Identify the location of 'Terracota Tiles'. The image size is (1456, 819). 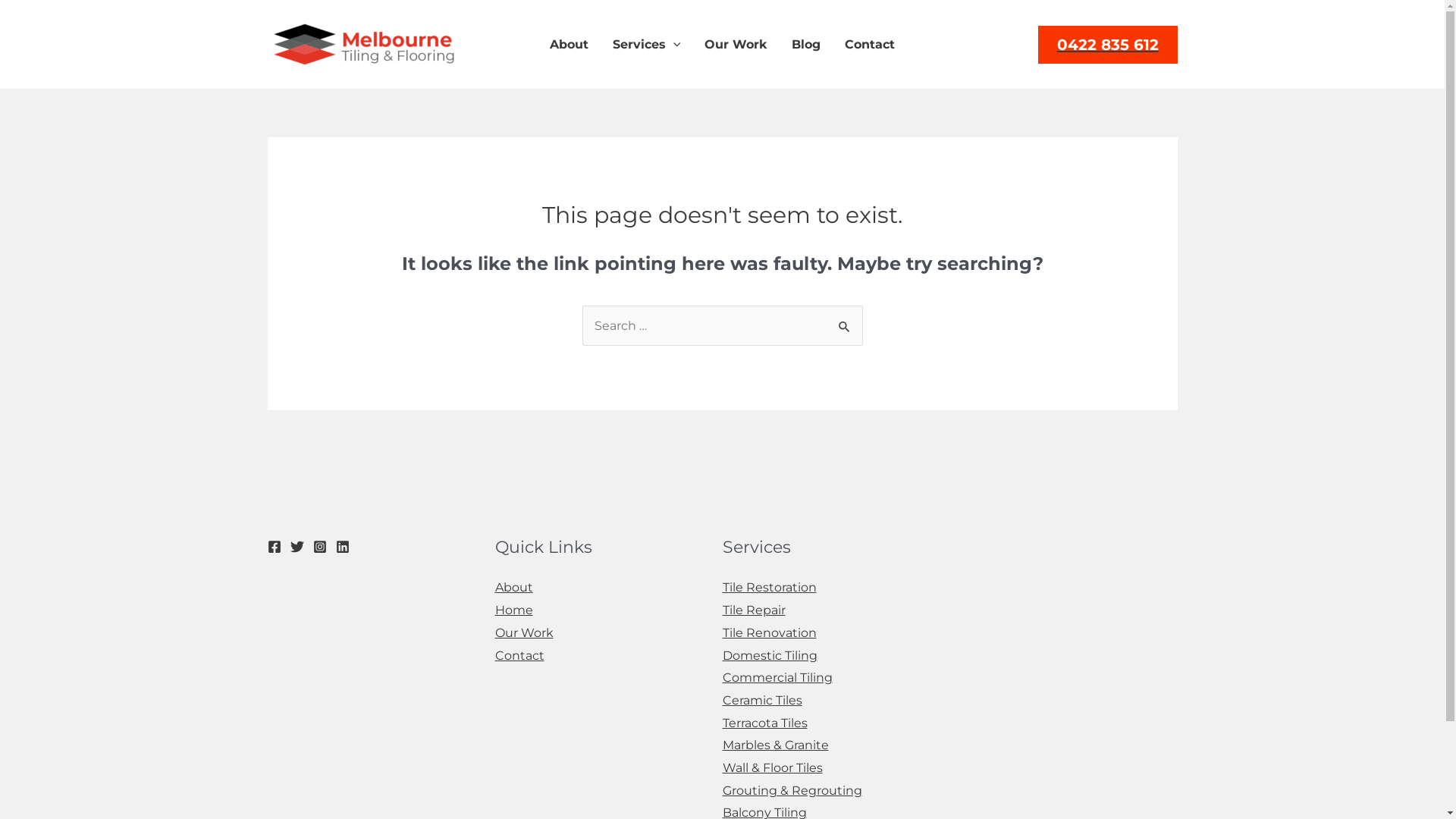
(764, 722).